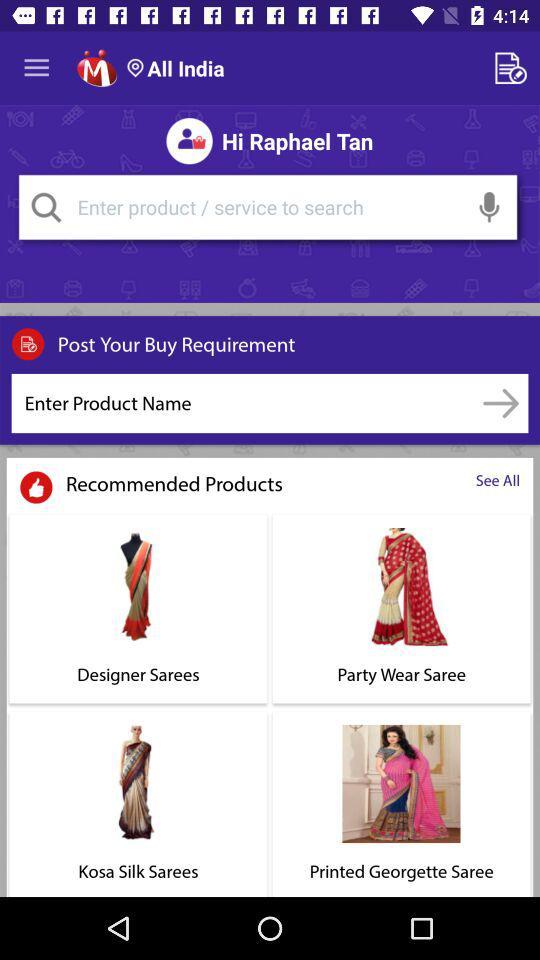  Describe the element at coordinates (500, 402) in the screenshot. I see `the arrow after the text enter product name` at that location.